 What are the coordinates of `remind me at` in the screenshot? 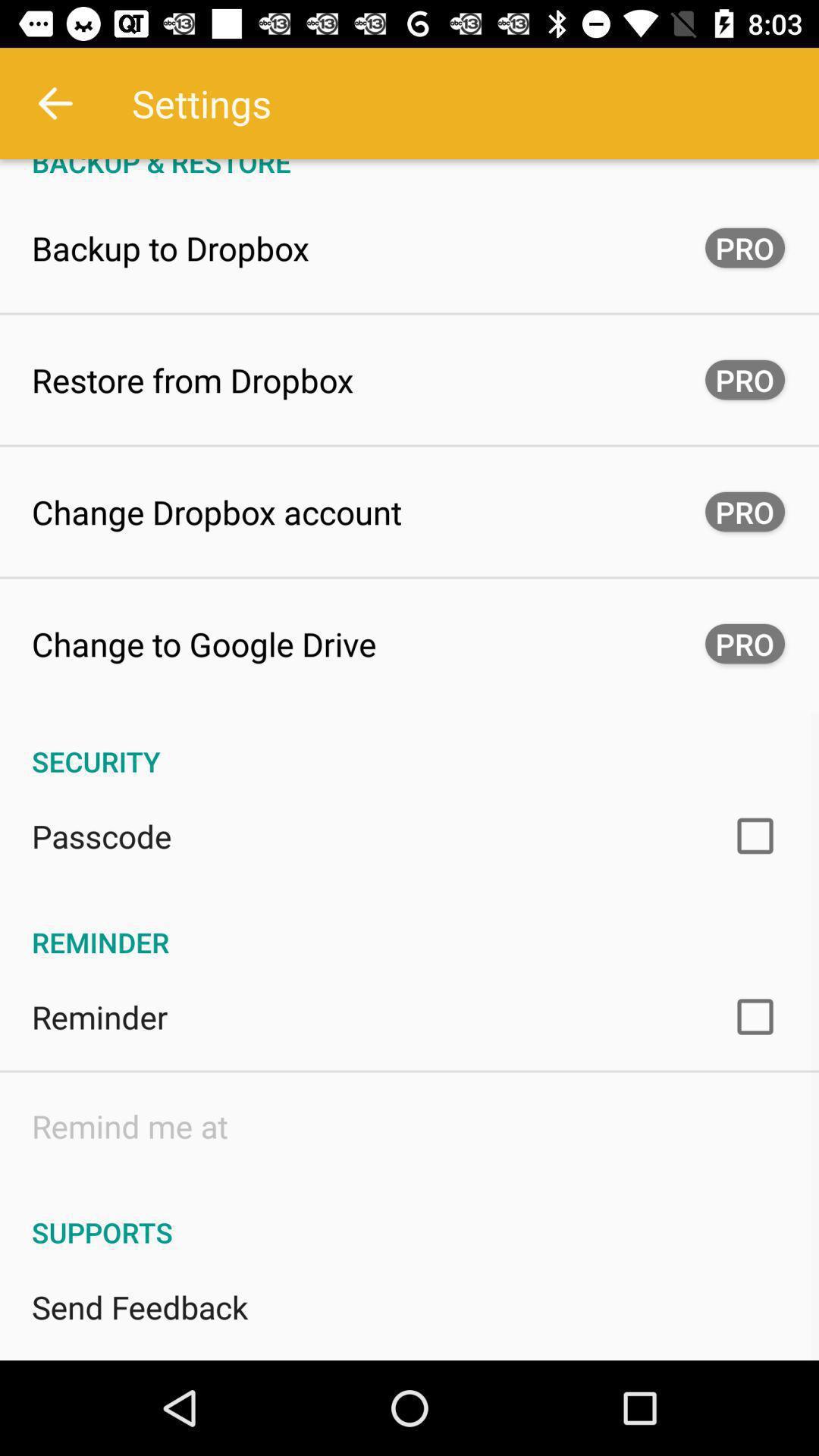 It's located at (129, 1125).